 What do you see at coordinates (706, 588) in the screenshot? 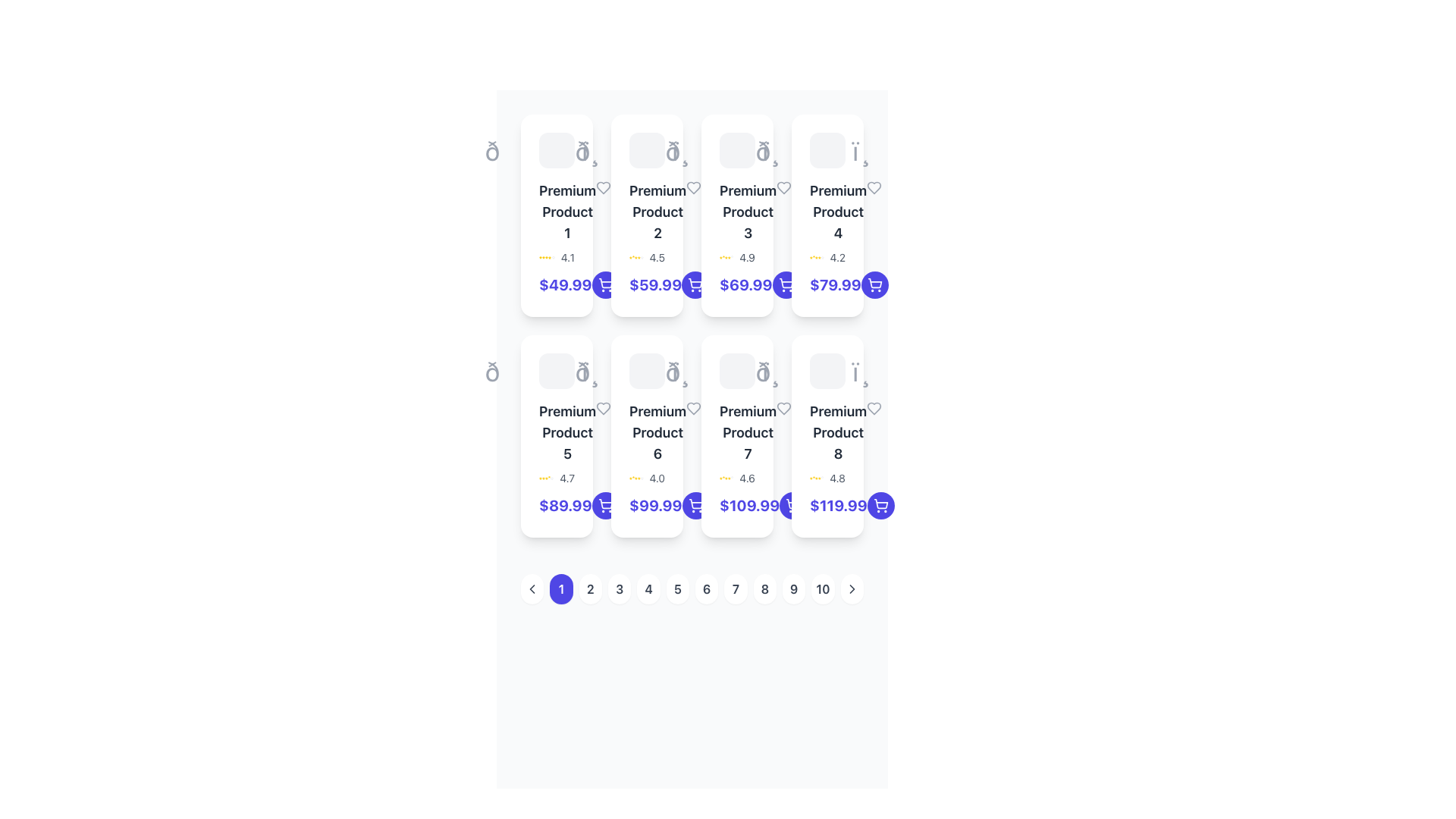
I see `the sixth button in the pagination sequence` at bounding box center [706, 588].